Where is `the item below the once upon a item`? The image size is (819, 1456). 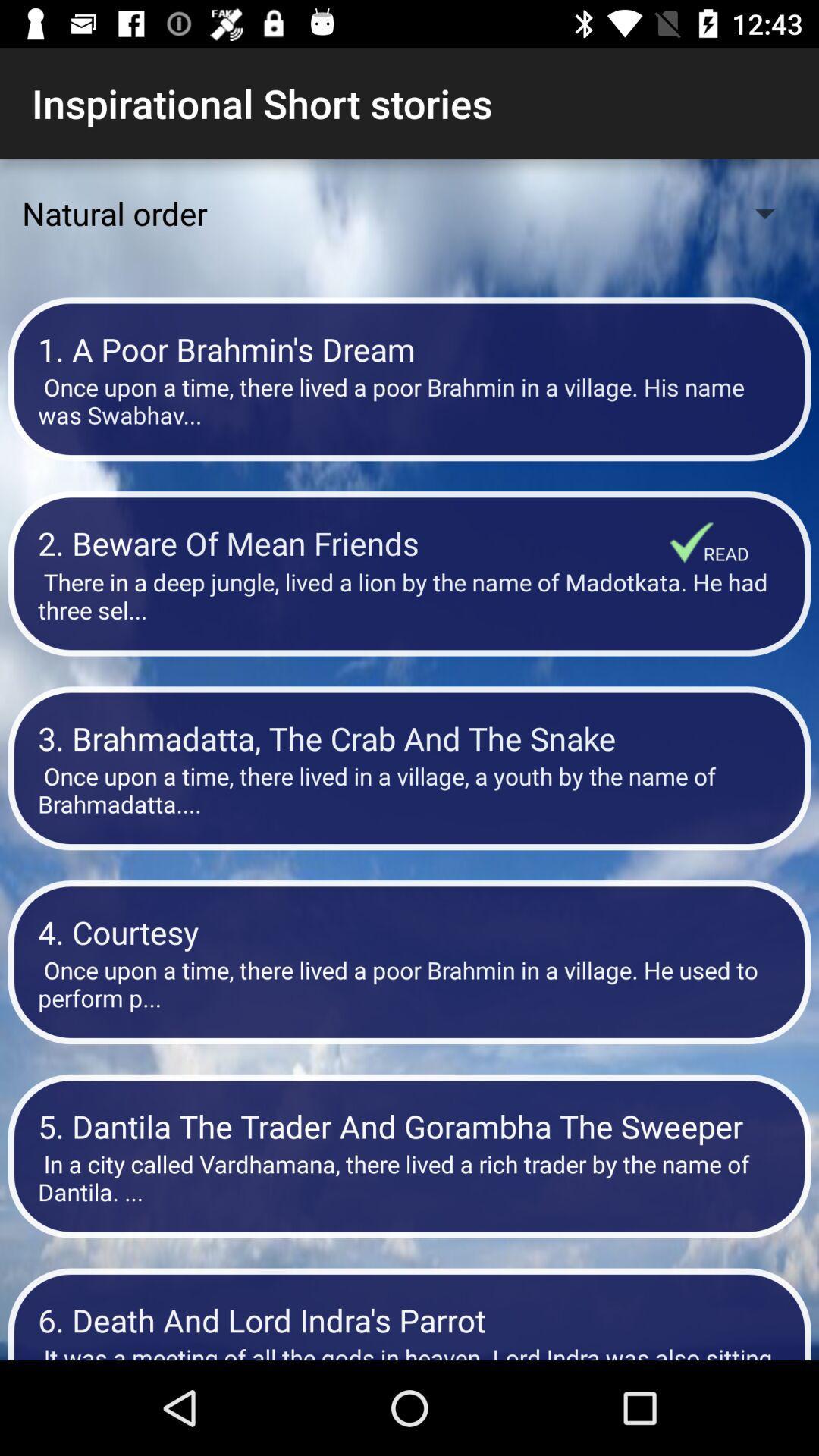
the item below the once upon a item is located at coordinates (692, 542).